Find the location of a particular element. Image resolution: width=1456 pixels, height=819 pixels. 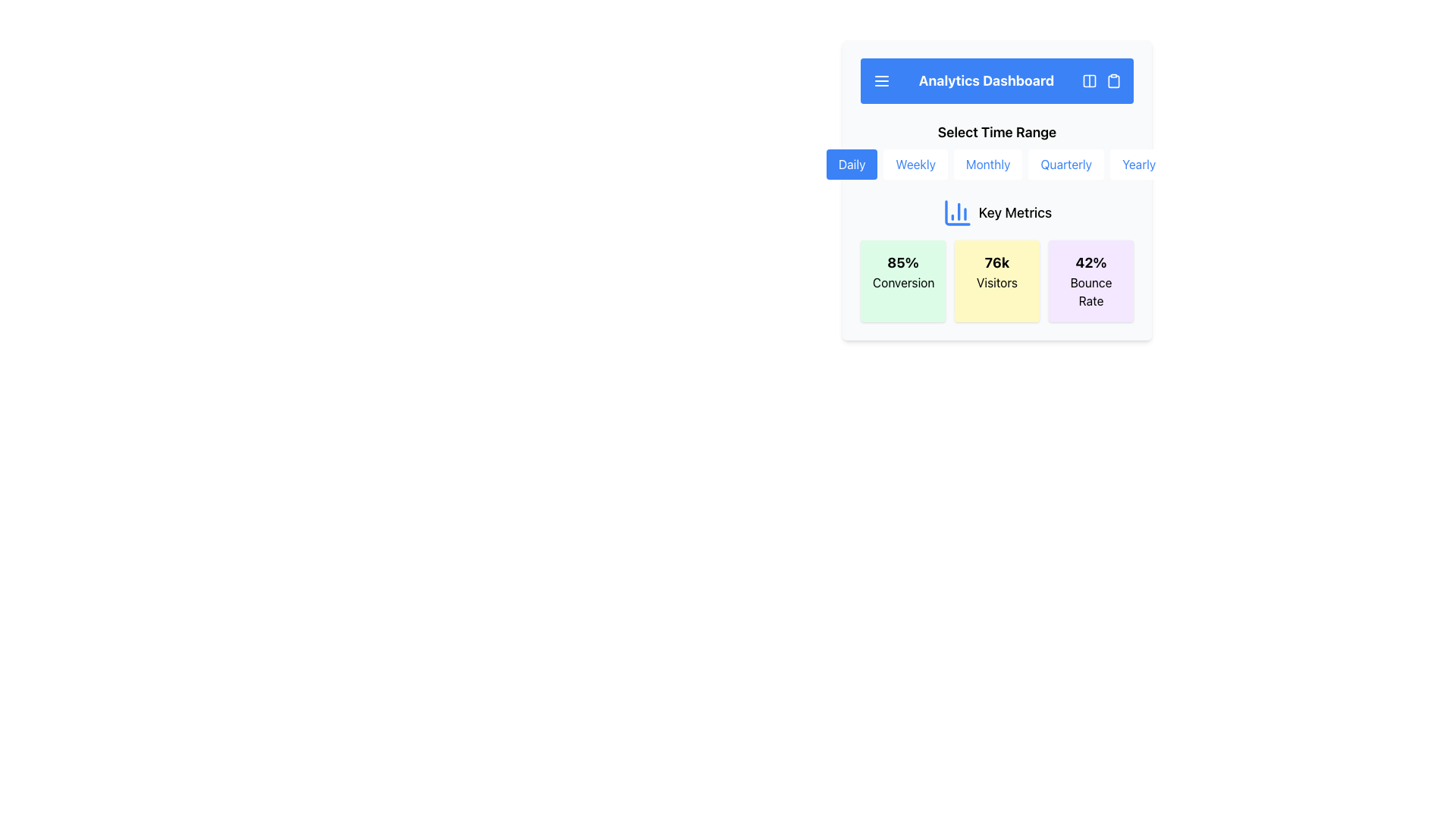

the first icon in the upper-right corner of the 'Analytics Dashboard' blue bar is located at coordinates (1088, 81).